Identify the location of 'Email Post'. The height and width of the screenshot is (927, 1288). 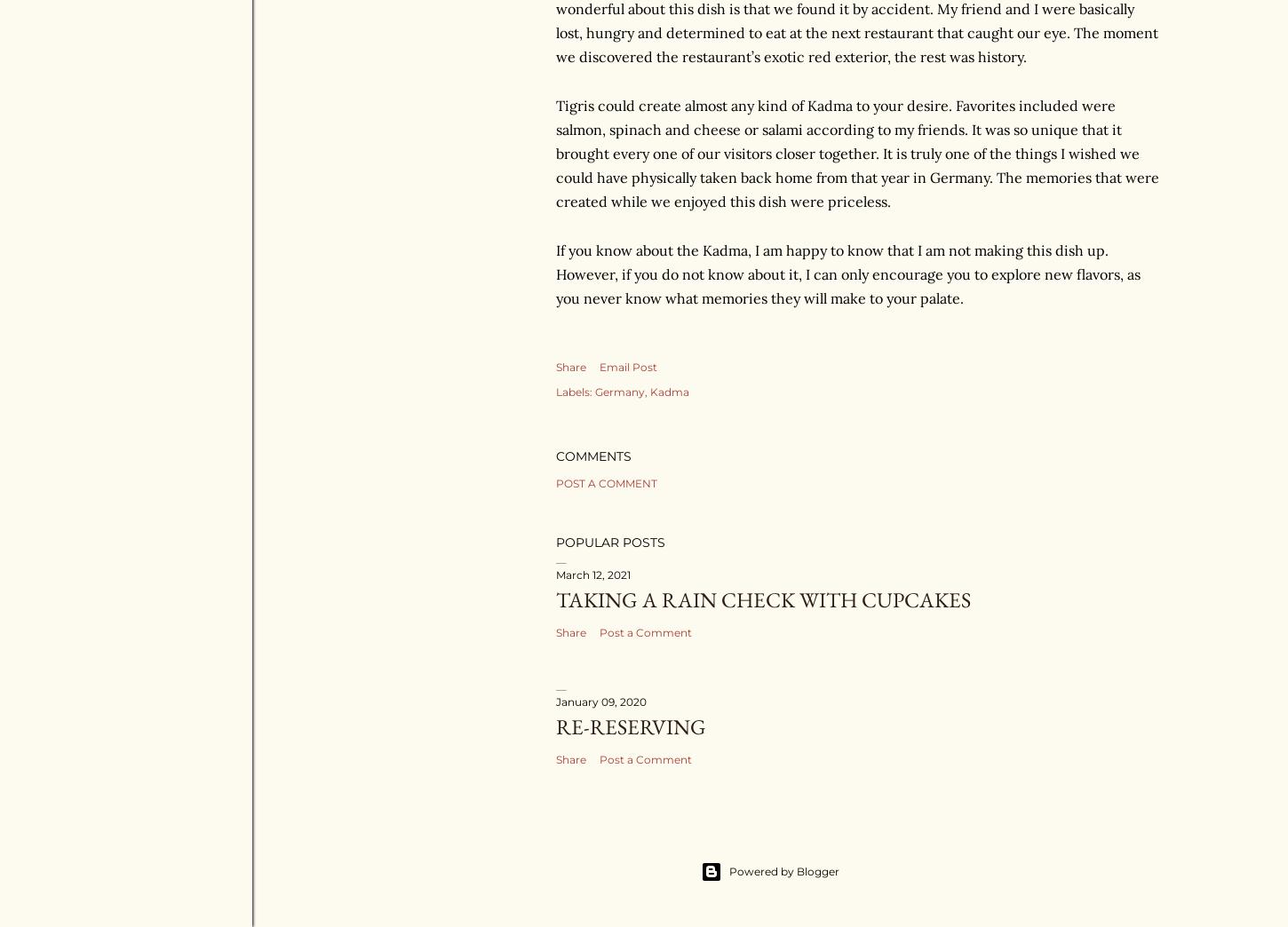
(598, 366).